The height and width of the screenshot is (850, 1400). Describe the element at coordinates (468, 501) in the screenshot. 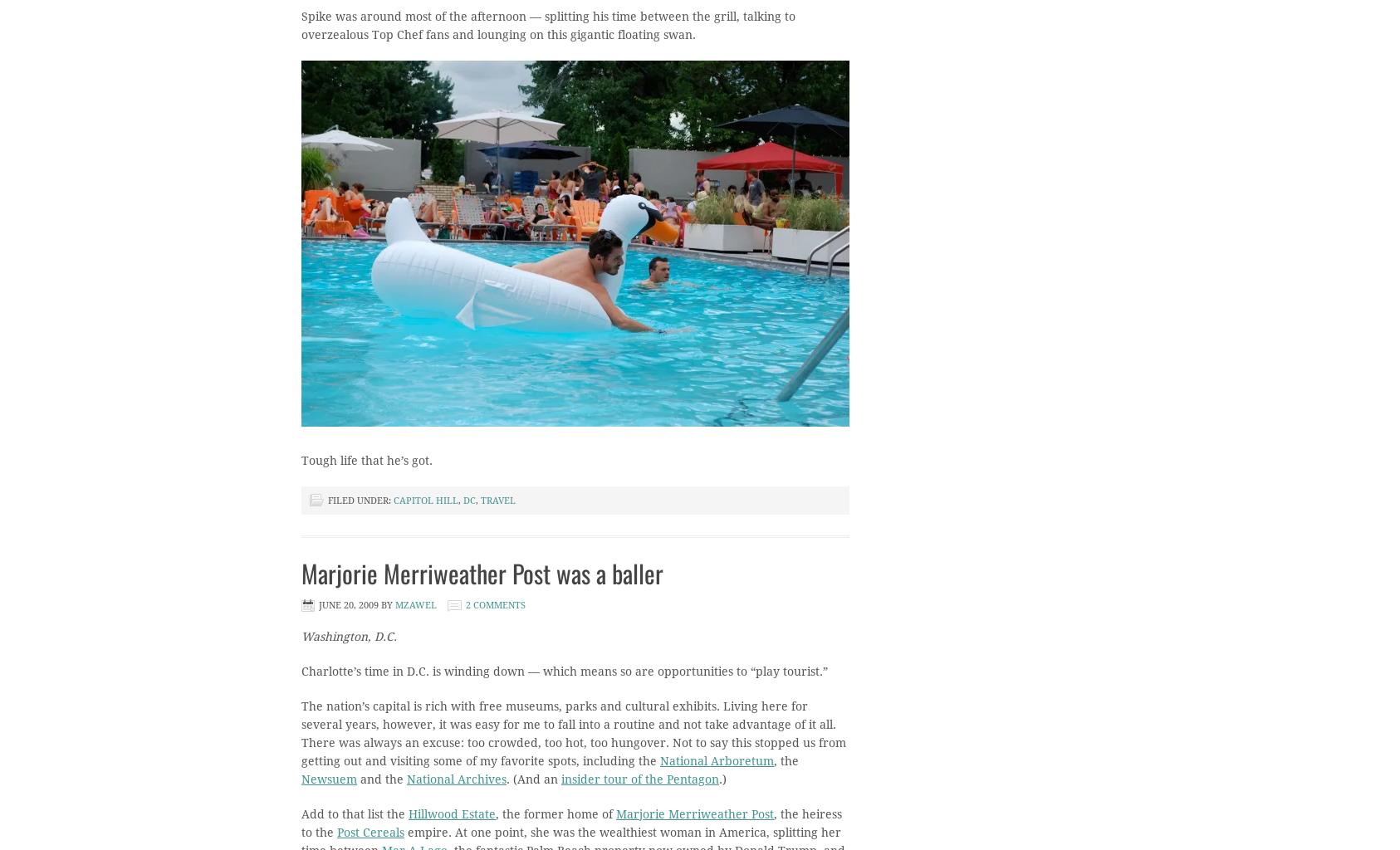

I see `'dc'` at that location.